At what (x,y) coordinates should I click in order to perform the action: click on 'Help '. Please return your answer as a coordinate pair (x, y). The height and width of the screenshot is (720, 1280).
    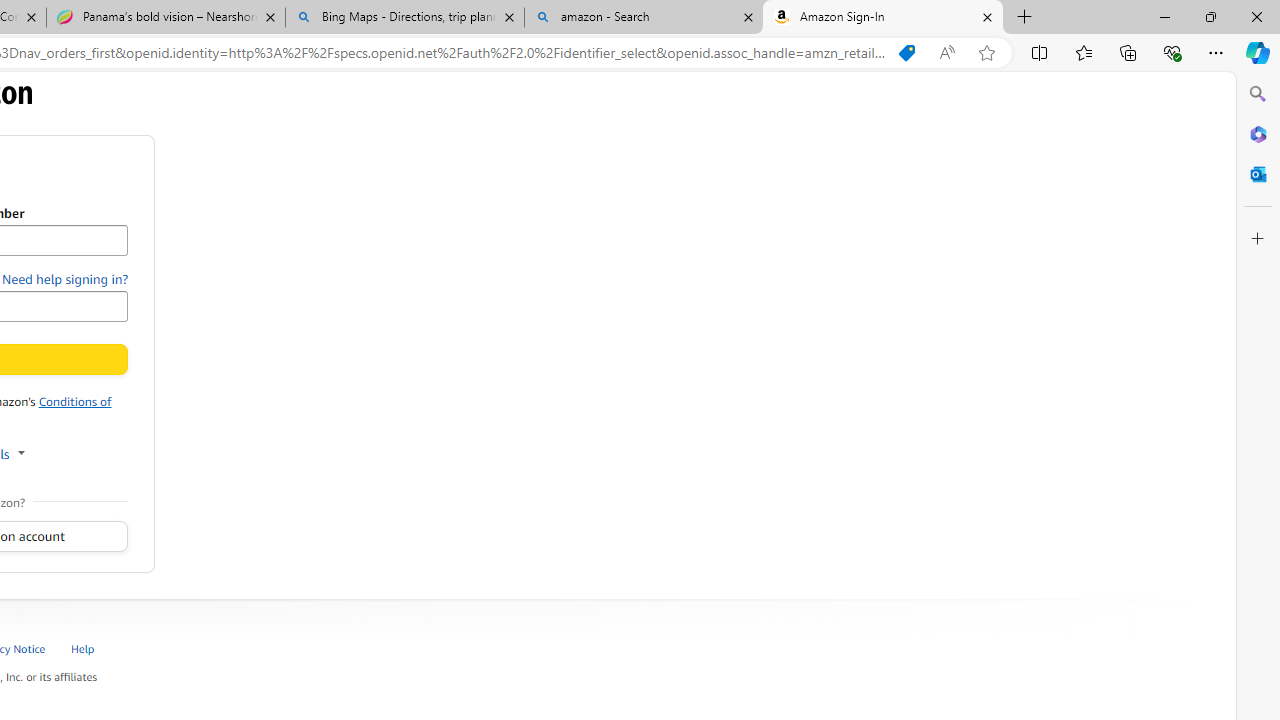
    Looking at the image, I should click on (83, 648).